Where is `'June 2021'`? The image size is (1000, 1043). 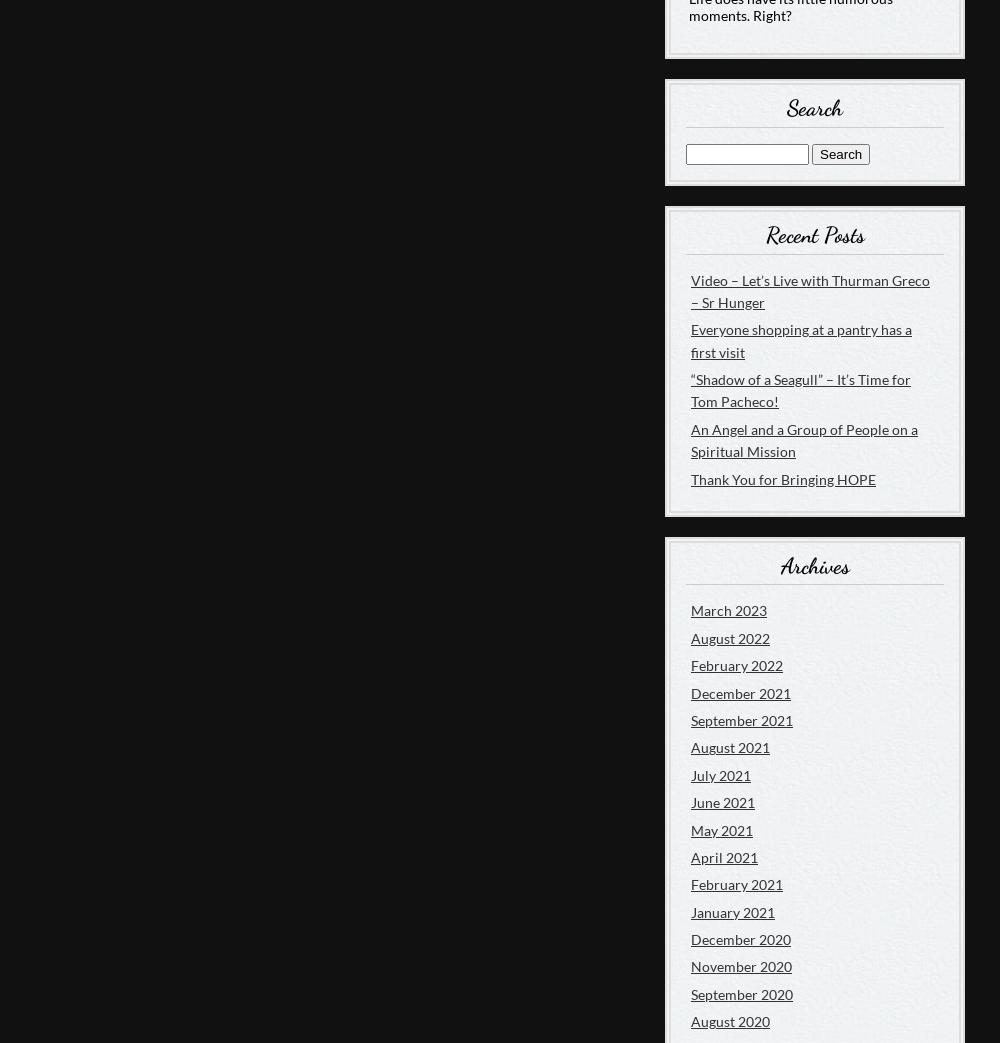
'June 2021' is located at coordinates (722, 801).